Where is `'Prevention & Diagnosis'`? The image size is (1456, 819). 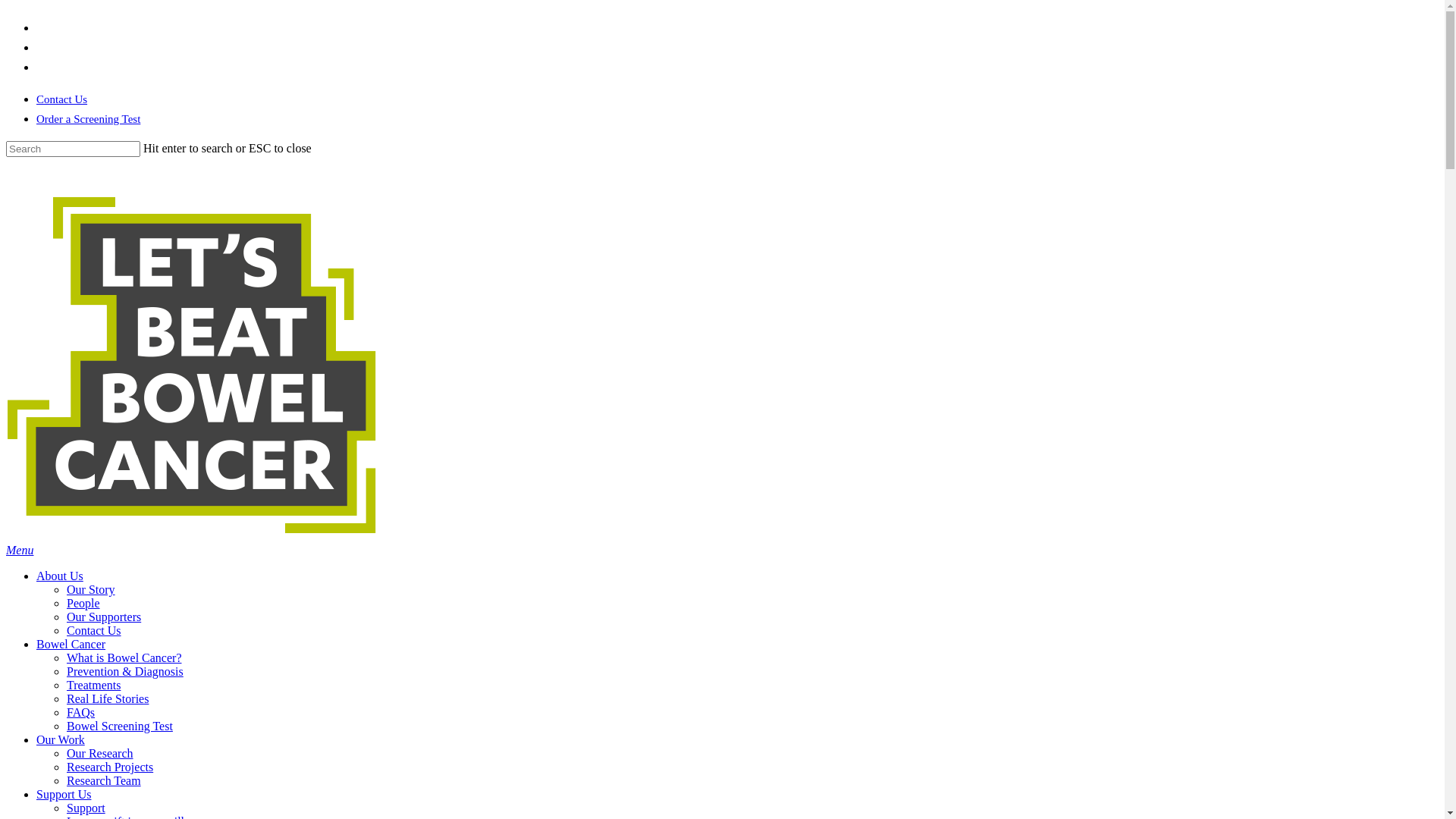 'Prevention & Diagnosis' is located at coordinates (124, 670).